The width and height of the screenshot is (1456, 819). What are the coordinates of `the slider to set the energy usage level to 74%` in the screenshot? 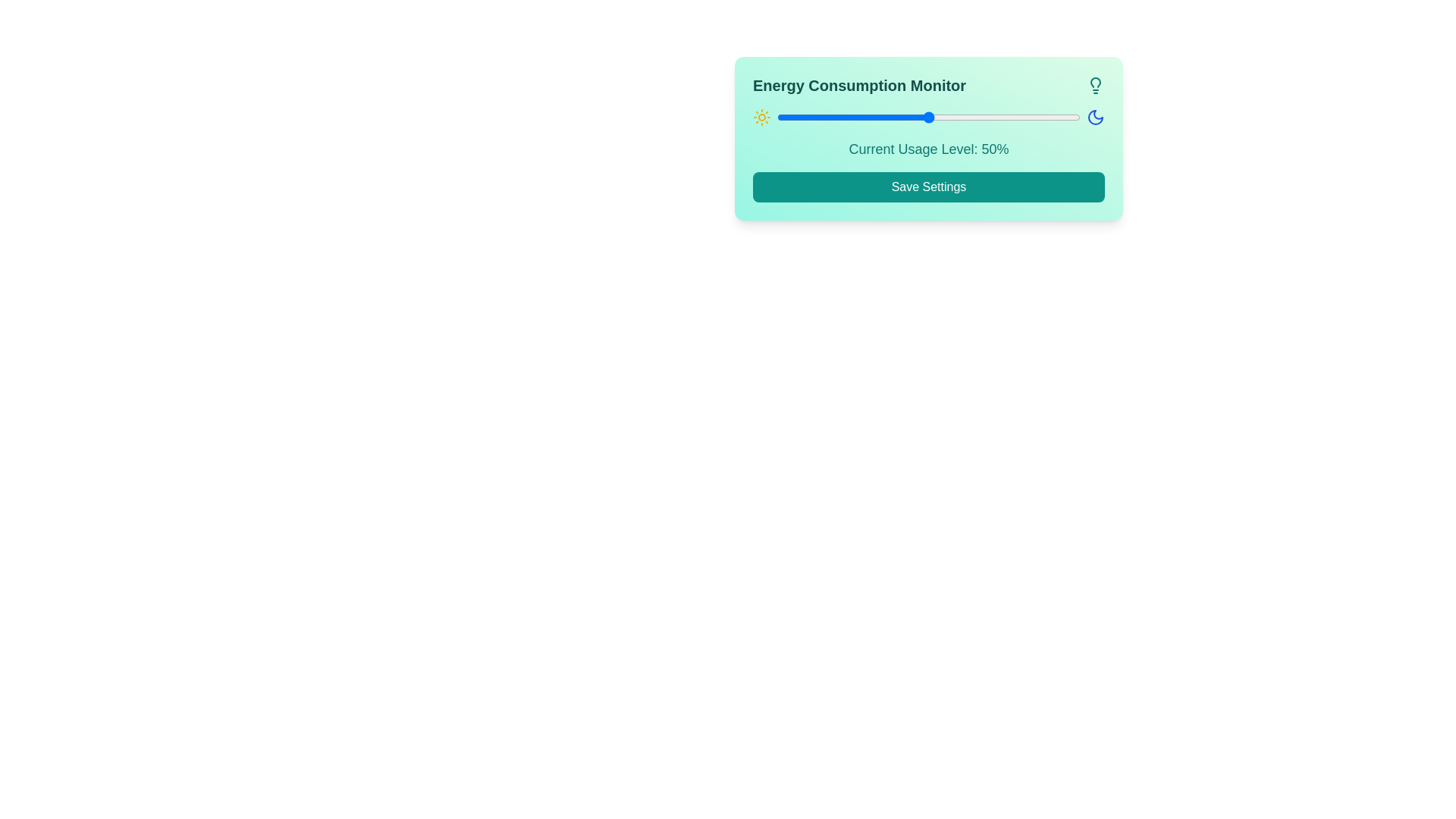 It's located at (1001, 116).